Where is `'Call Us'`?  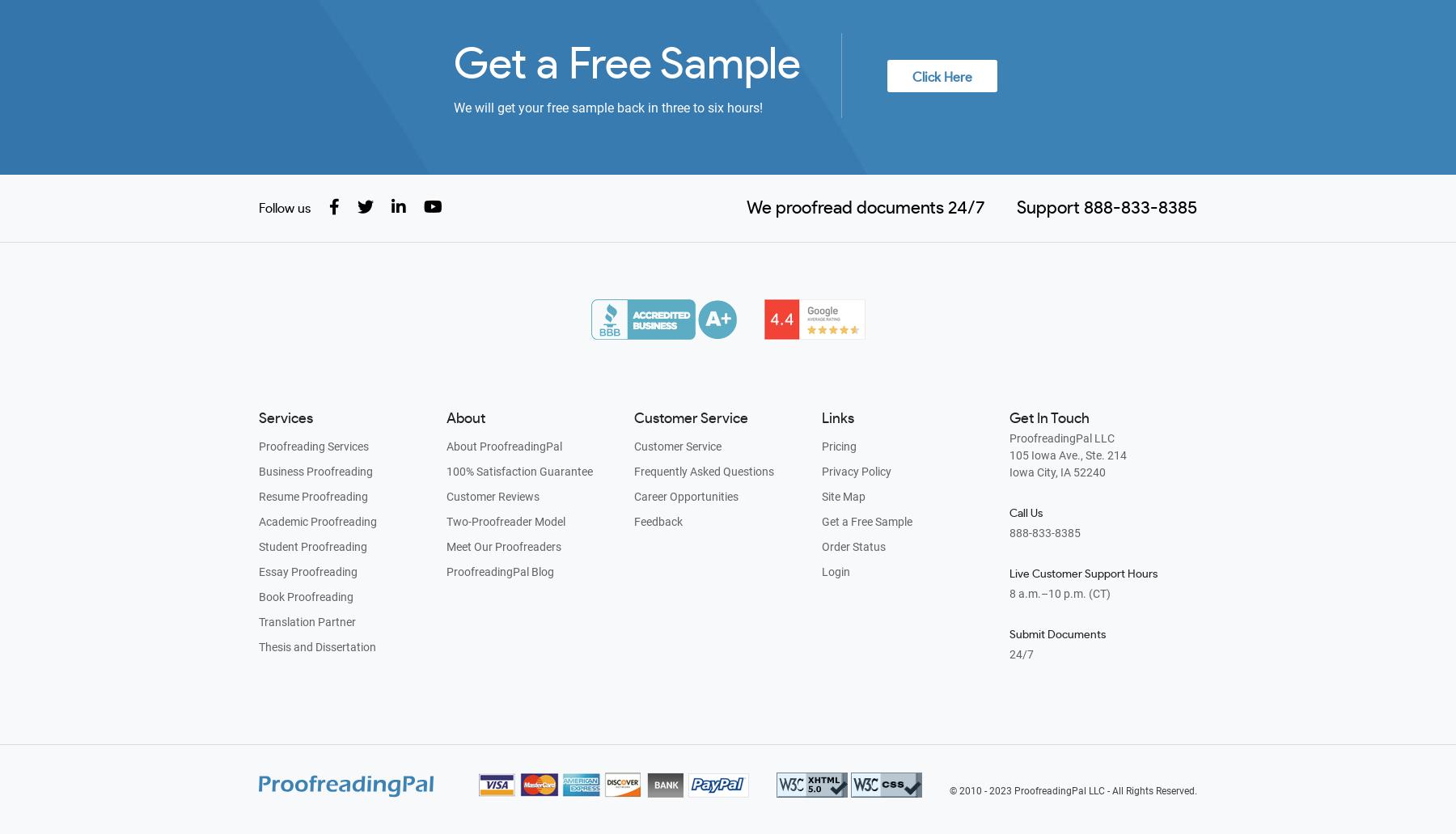
'Call Us' is located at coordinates (1026, 513).